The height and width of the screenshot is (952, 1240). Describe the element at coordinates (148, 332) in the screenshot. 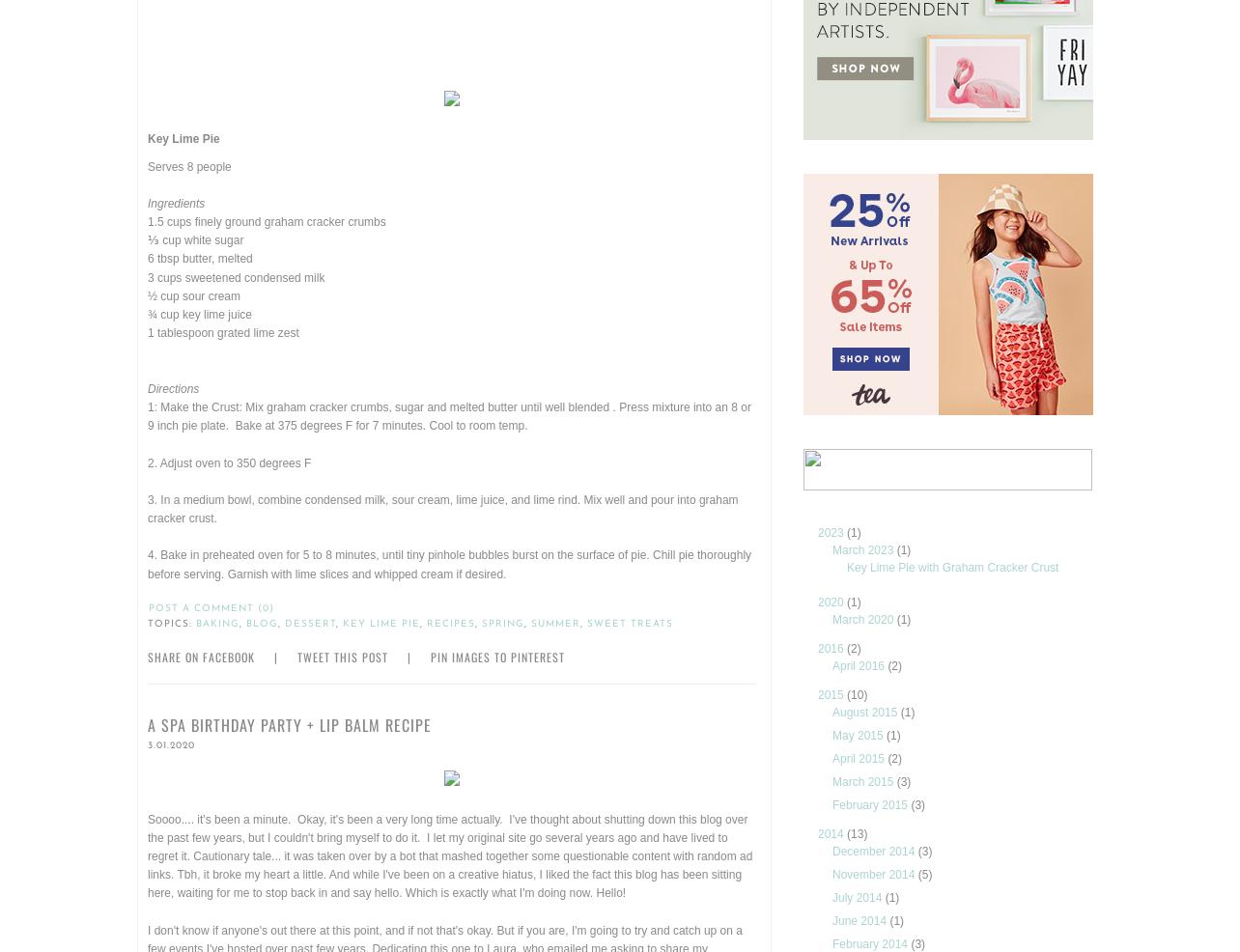

I see `'1 tablespoon grated lime zest'` at that location.